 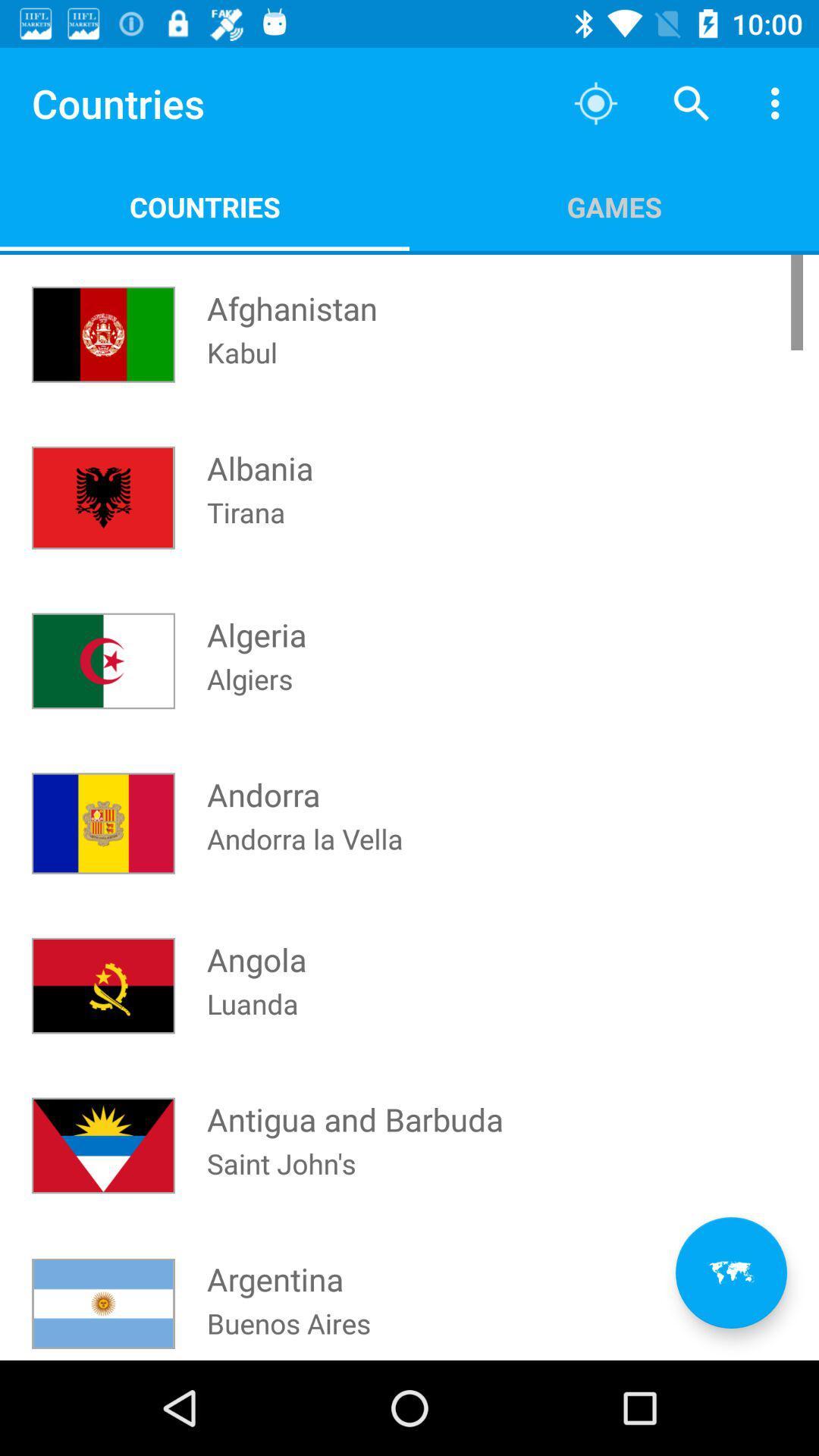 I want to click on icon above the saint john's item, so click(x=355, y=1105).